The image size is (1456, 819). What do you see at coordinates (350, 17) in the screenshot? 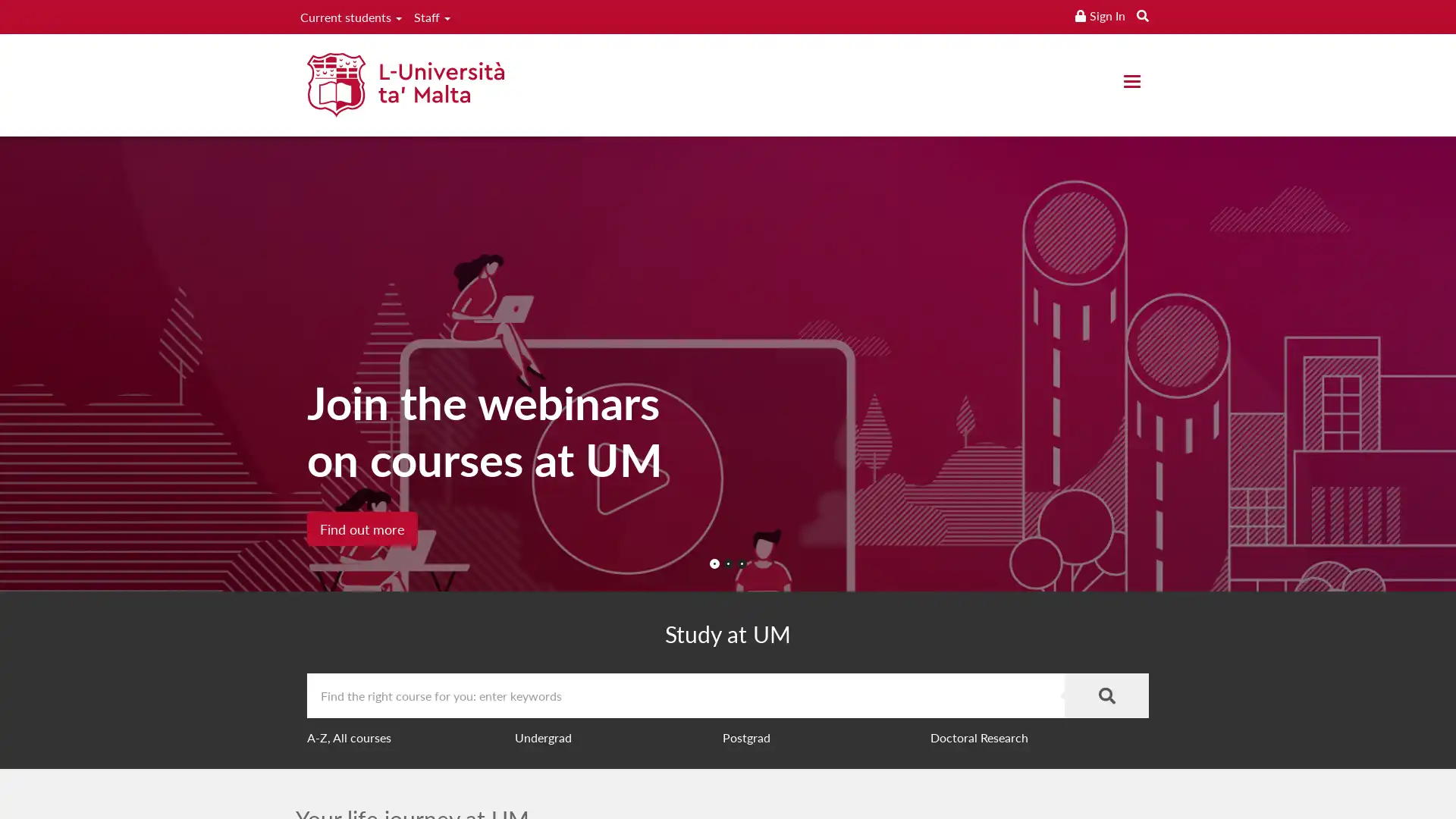
I see `Current students` at bounding box center [350, 17].